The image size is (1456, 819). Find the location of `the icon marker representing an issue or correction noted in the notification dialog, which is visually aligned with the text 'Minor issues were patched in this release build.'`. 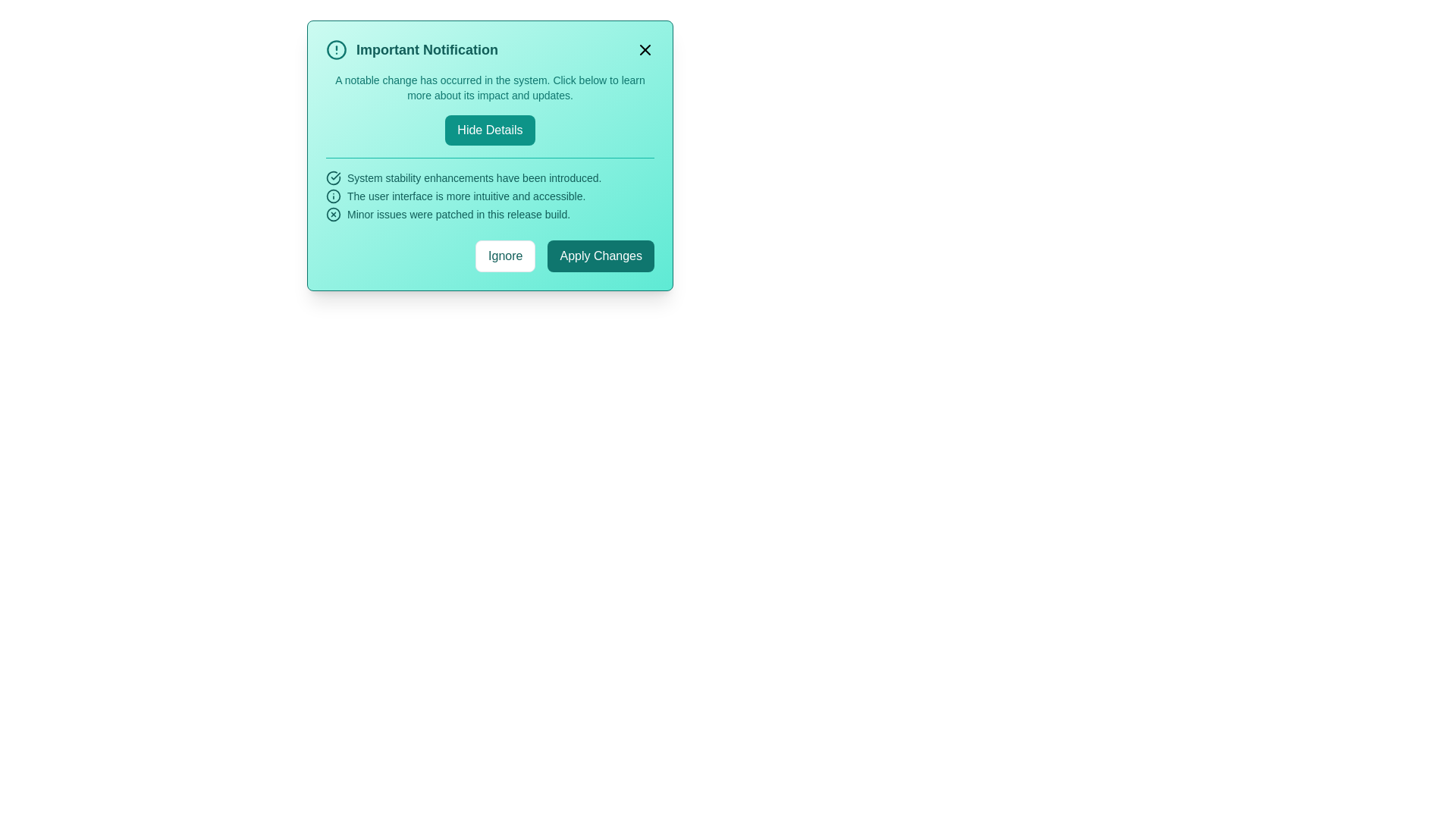

the icon marker representing an issue or correction noted in the notification dialog, which is visually aligned with the text 'Minor issues were patched in this release build.' is located at coordinates (333, 214).